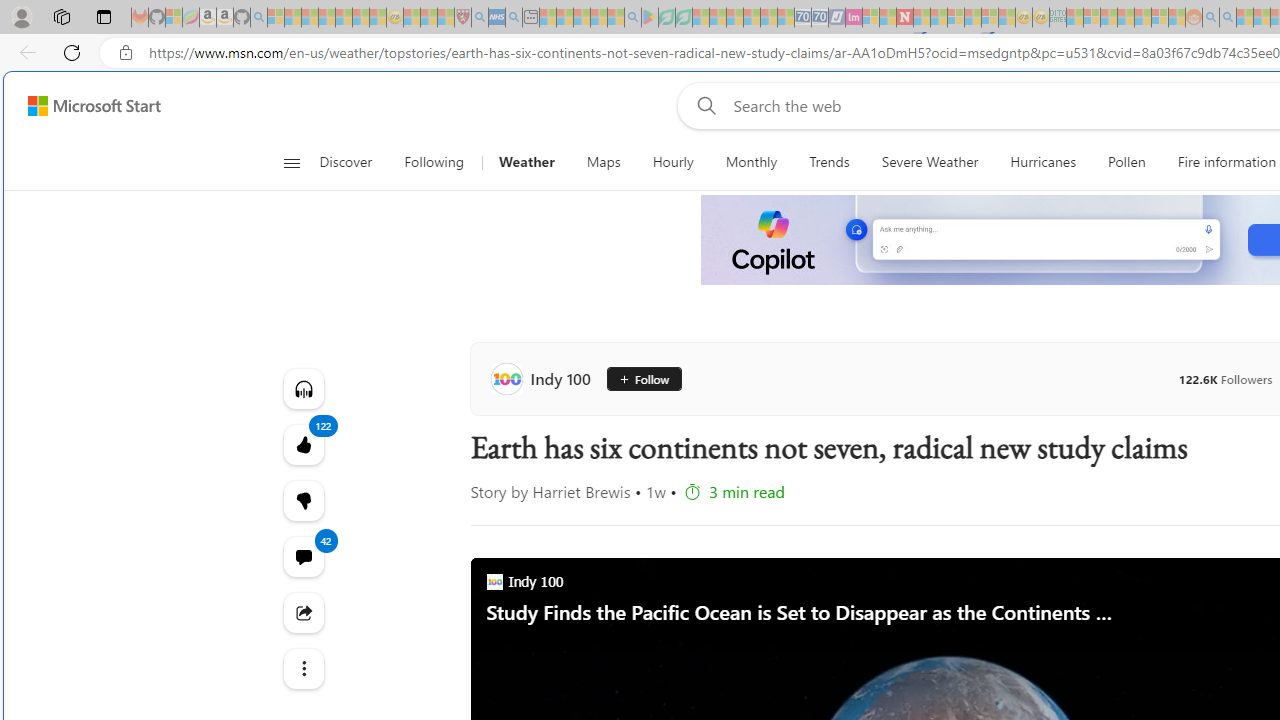 The image size is (1280, 720). What do you see at coordinates (1143, 17) in the screenshot?
I see `'Kinda Frugal - MSN - Sleeping'` at bounding box center [1143, 17].